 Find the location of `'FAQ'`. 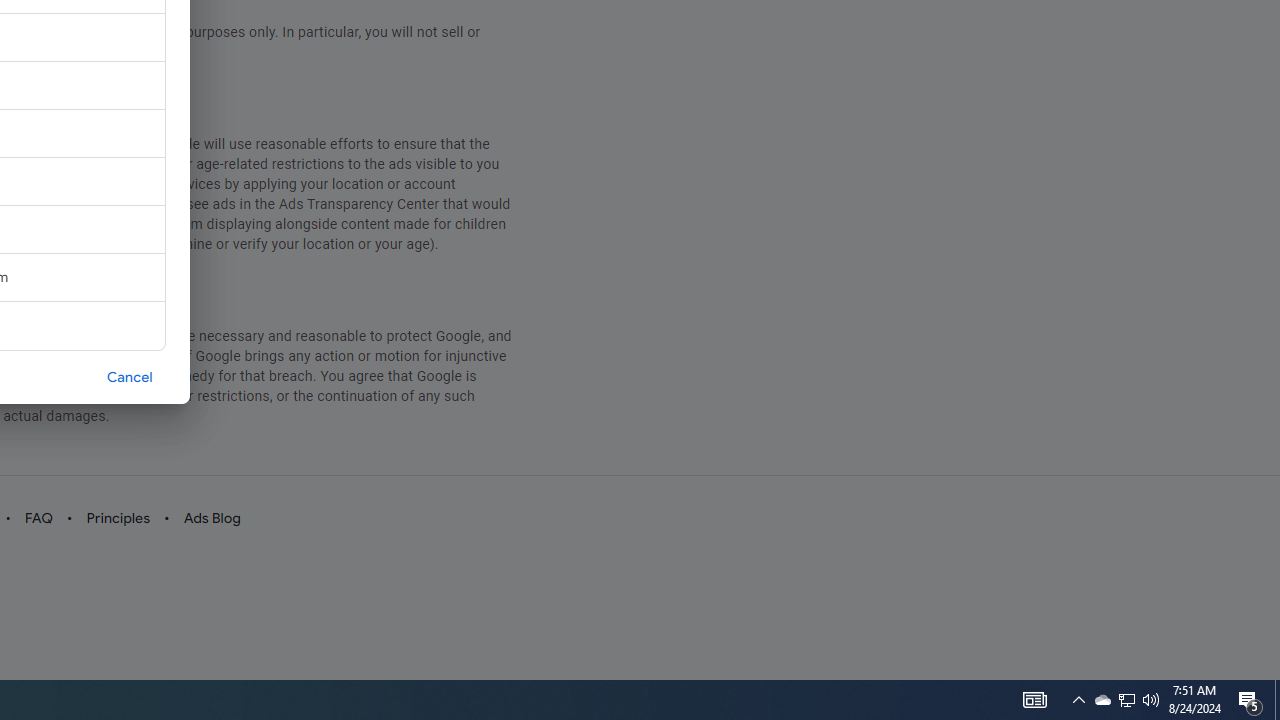

'FAQ' is located at coordinates (38, 517).